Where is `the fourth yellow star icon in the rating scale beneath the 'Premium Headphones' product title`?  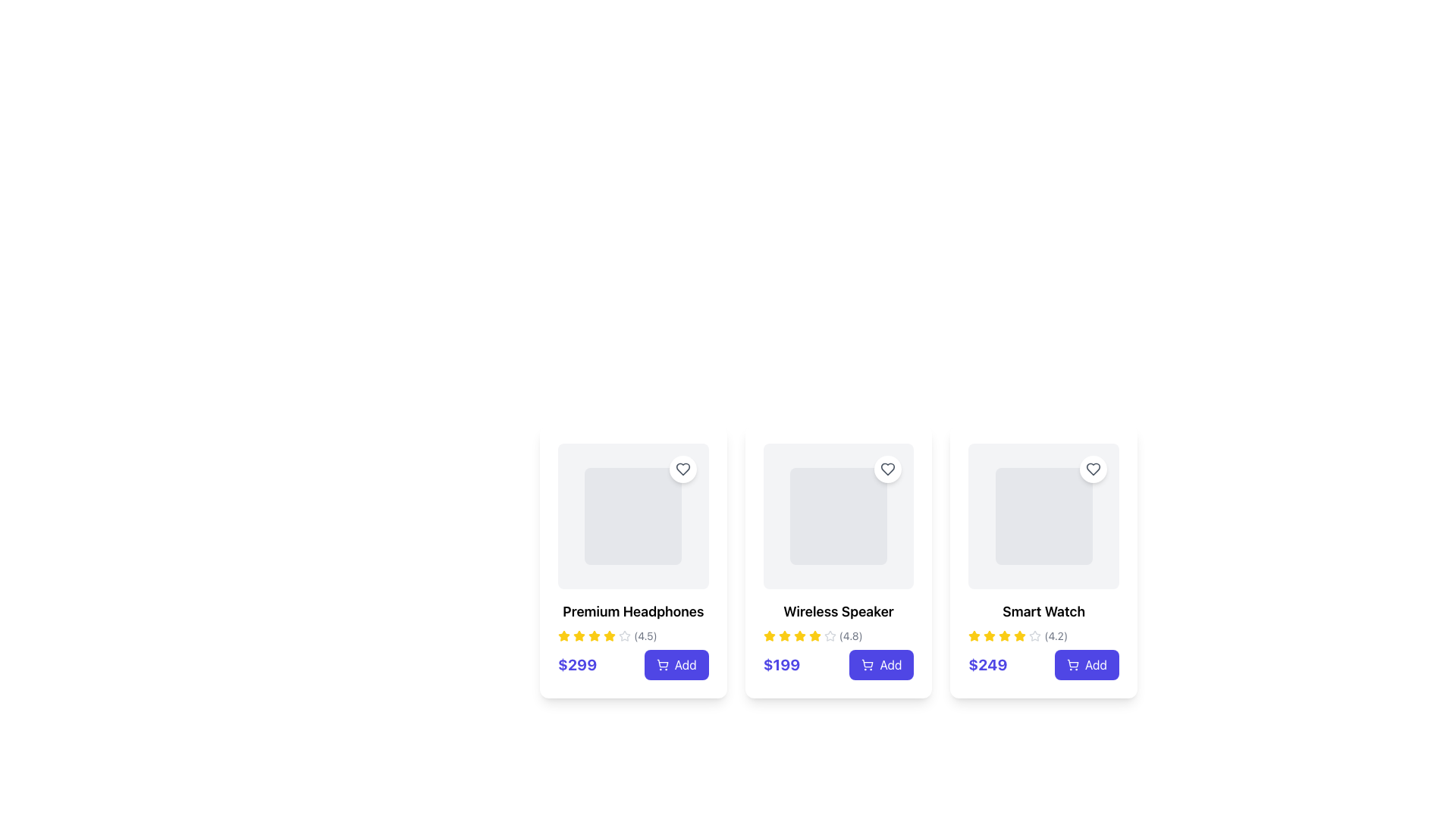 the fourth yellow star icon in the rating scale beneath the 'Premium Headphones' product title is located at coordinates (593, 636).